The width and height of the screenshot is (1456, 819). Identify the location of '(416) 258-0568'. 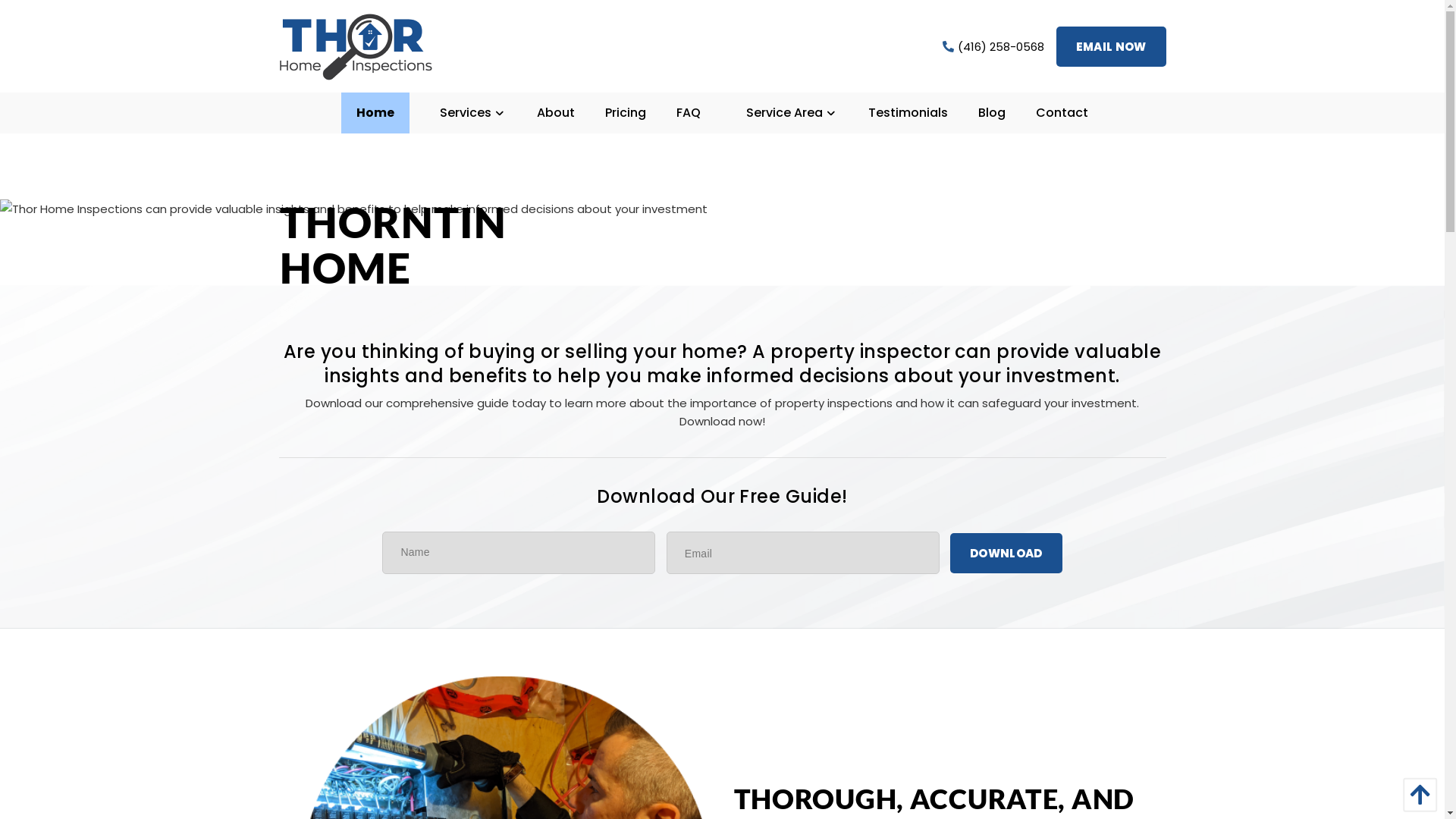
(993, 45).